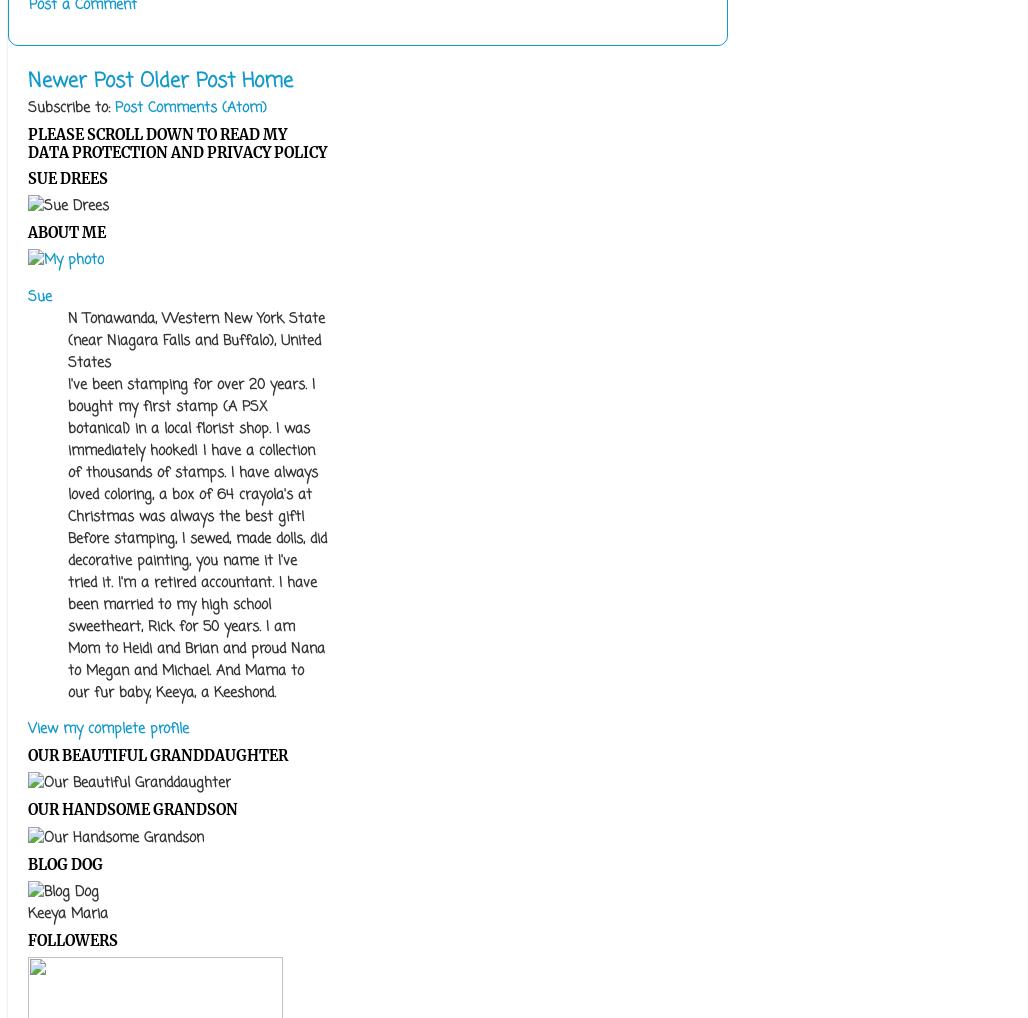 The width and height of the screenshot is (1028, 1018). I want to click on 'Please scroll down to read my Data Protection and Privacy Policy', so click(177, 143).